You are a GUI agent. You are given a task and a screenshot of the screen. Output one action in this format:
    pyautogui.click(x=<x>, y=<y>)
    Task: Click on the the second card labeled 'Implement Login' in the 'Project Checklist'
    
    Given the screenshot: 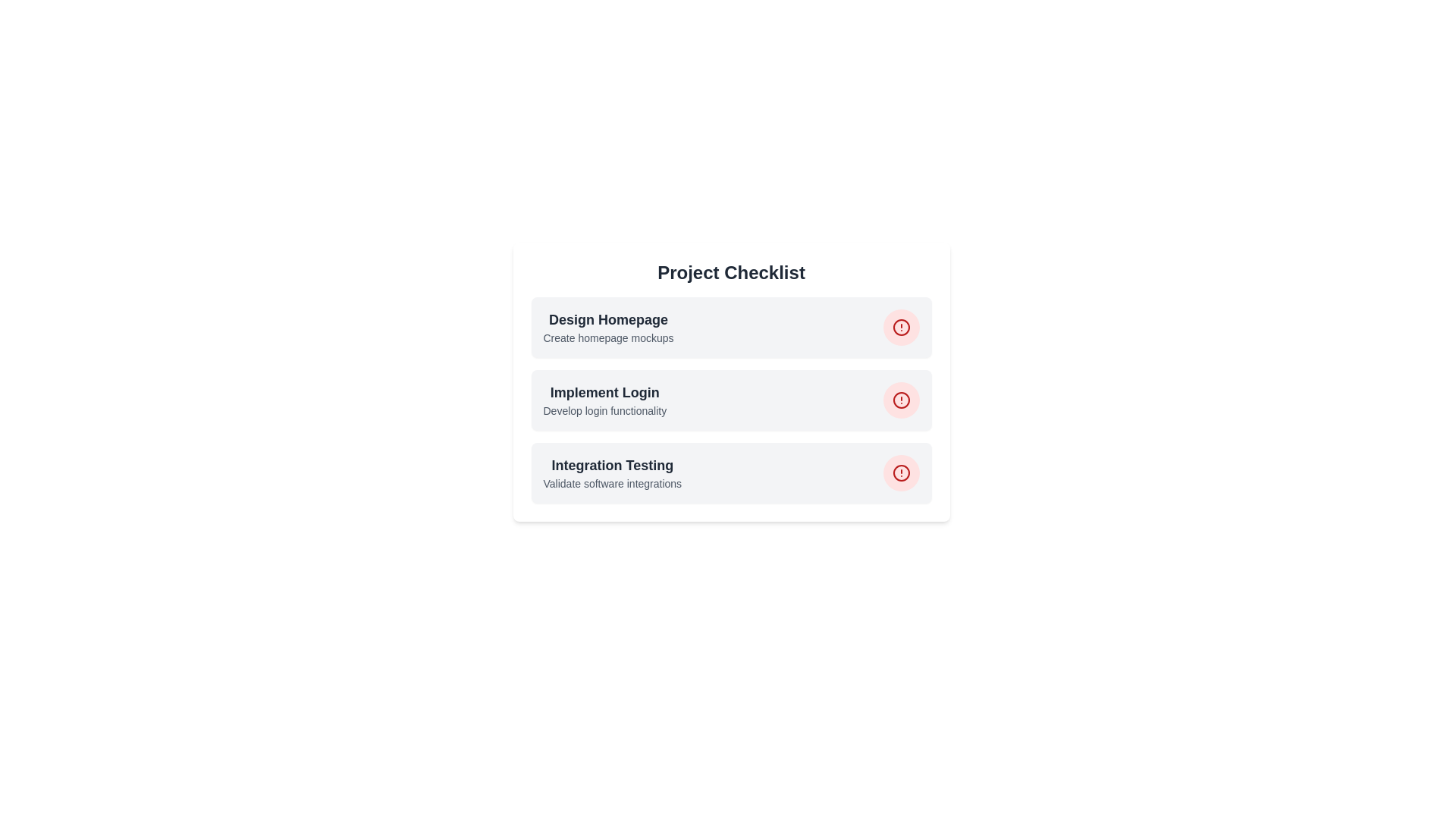 What is the action you would take?
    pyautogui.click(x=731, y=381)
    